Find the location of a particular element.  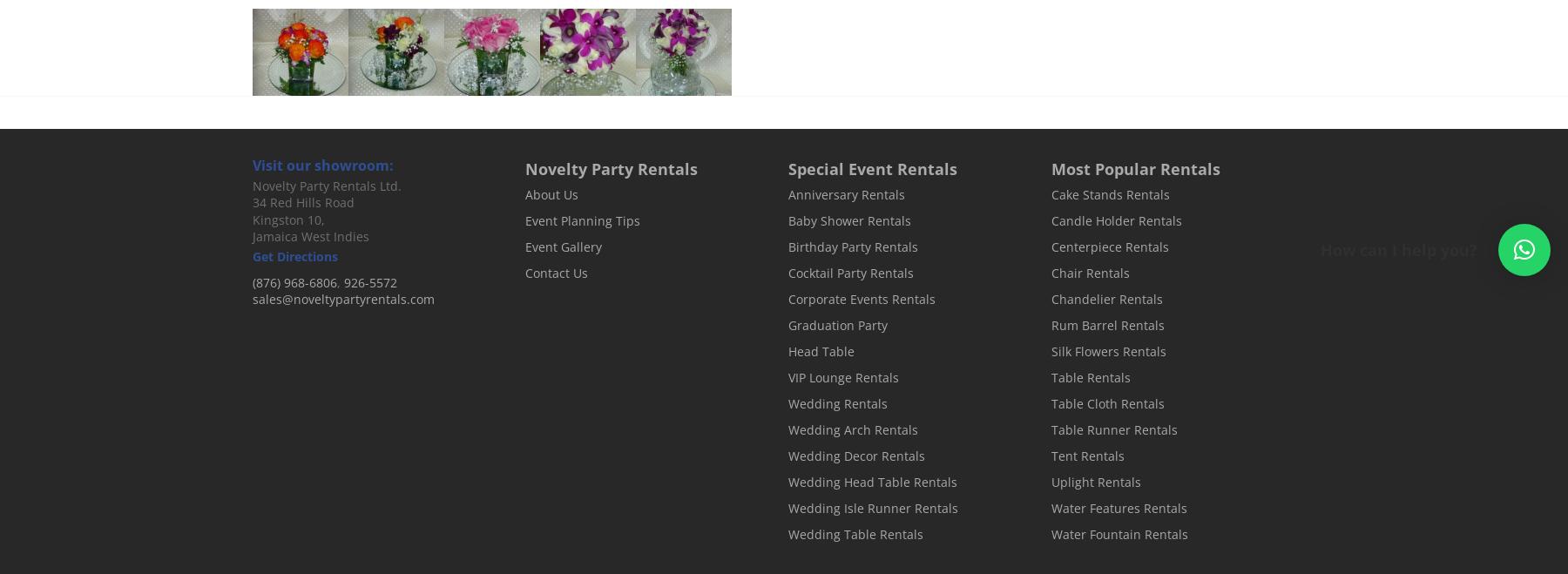

'Visit our showroom:' is located at coordinates (251, 164).